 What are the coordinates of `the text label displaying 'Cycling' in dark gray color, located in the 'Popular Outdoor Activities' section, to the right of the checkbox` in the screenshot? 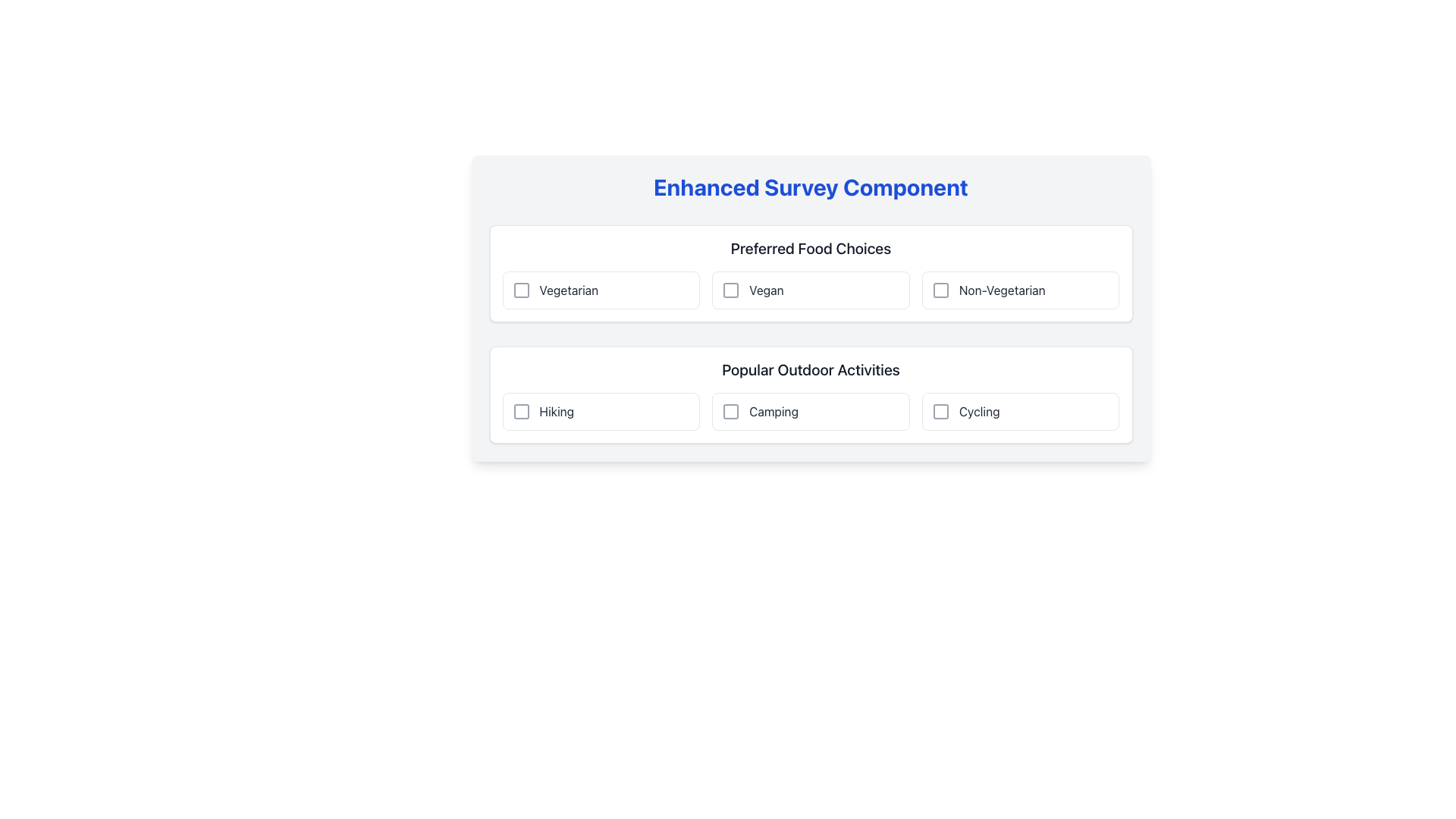 It's located at (979, 412).